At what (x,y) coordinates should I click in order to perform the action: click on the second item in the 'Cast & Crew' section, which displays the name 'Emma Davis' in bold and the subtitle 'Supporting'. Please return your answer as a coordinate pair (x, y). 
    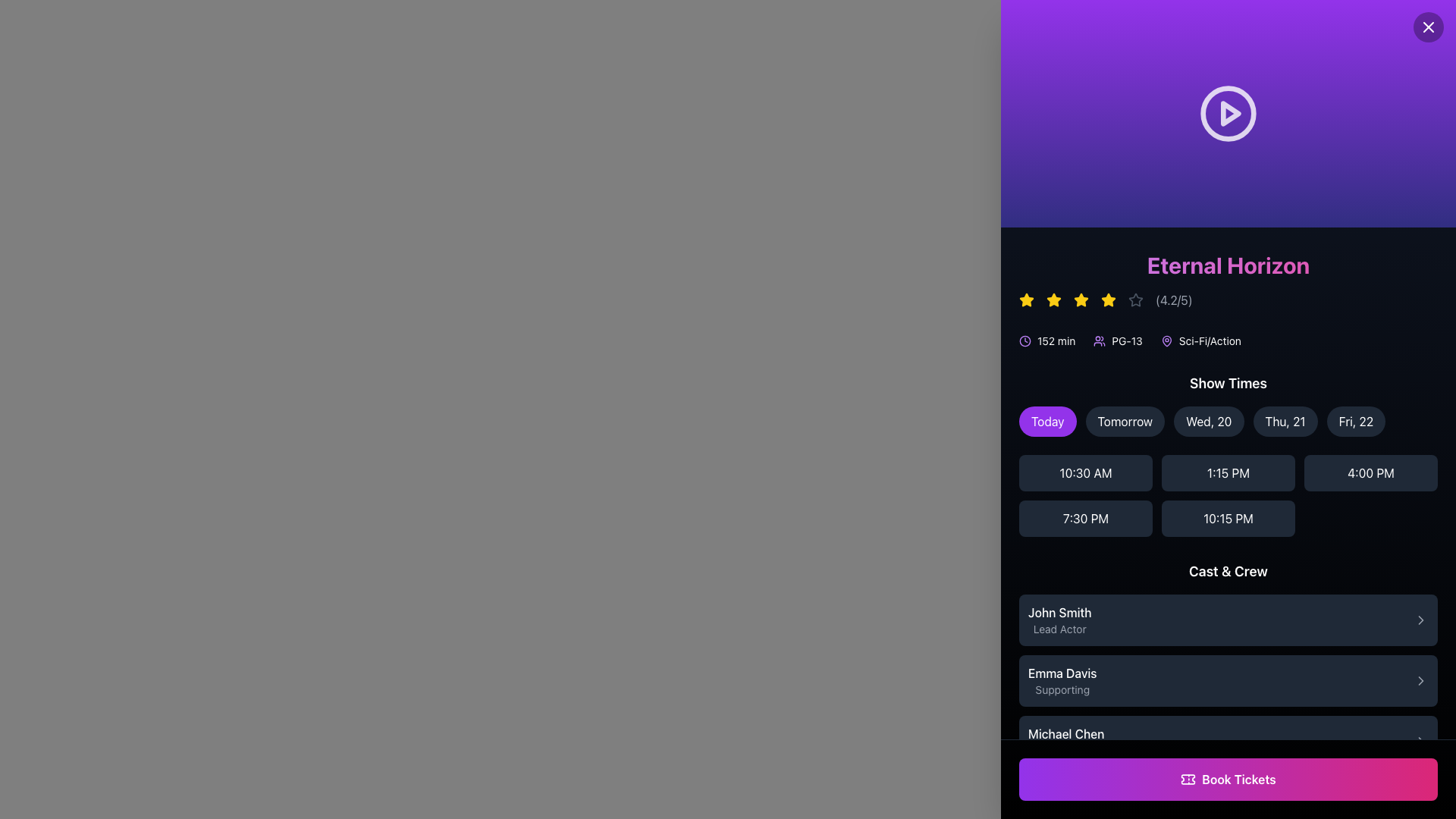
    Looking at the image, I should click on (1228, 663).